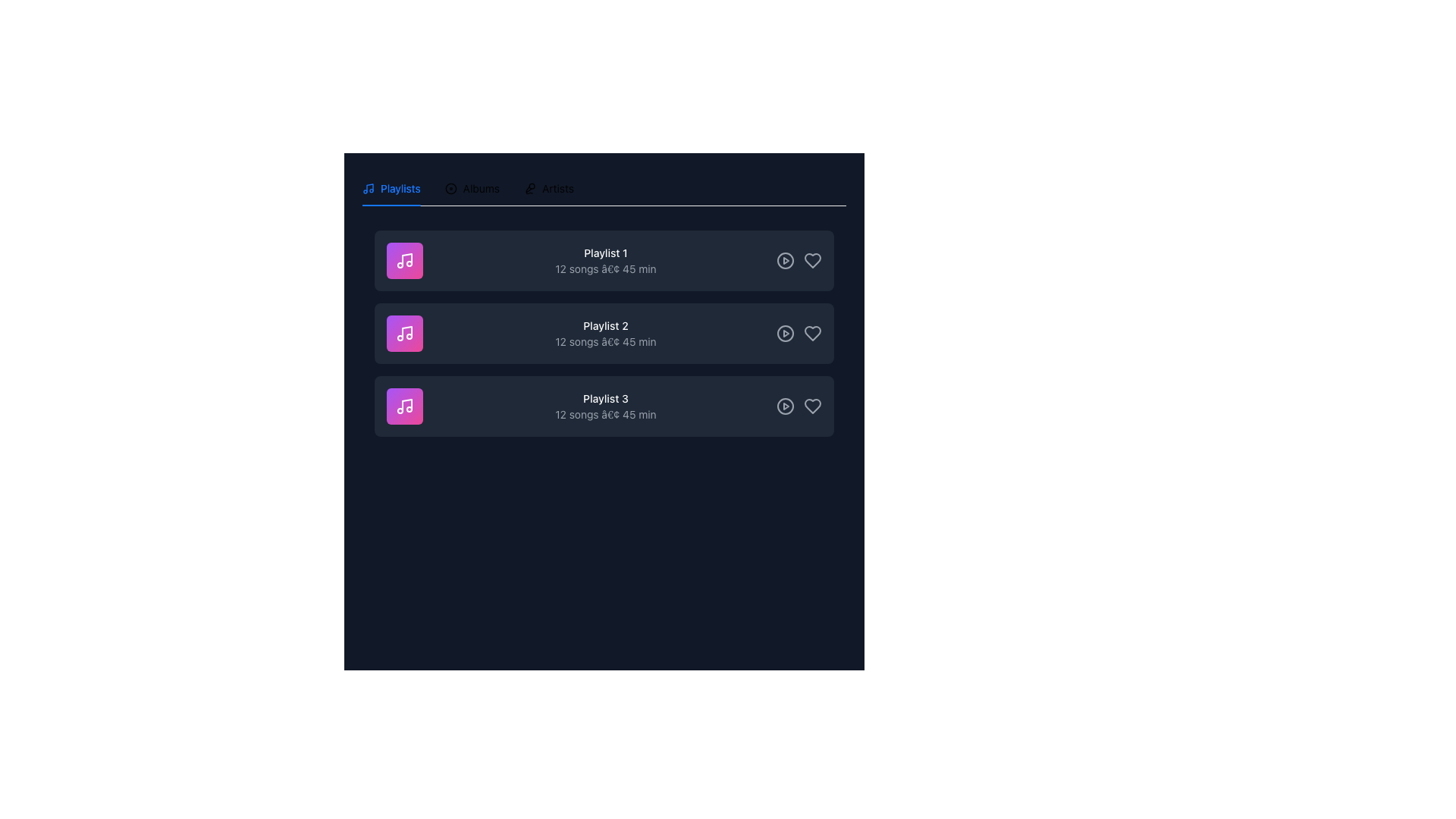 This screenshot has width=1456, height=819. What do you see at coordinates (604, 397) in the screenshot?
I see `text label 'Playlist 3' located in the third row of the playlist list, displayed in white font with medium weight styling` at bounding box center [604, 397].